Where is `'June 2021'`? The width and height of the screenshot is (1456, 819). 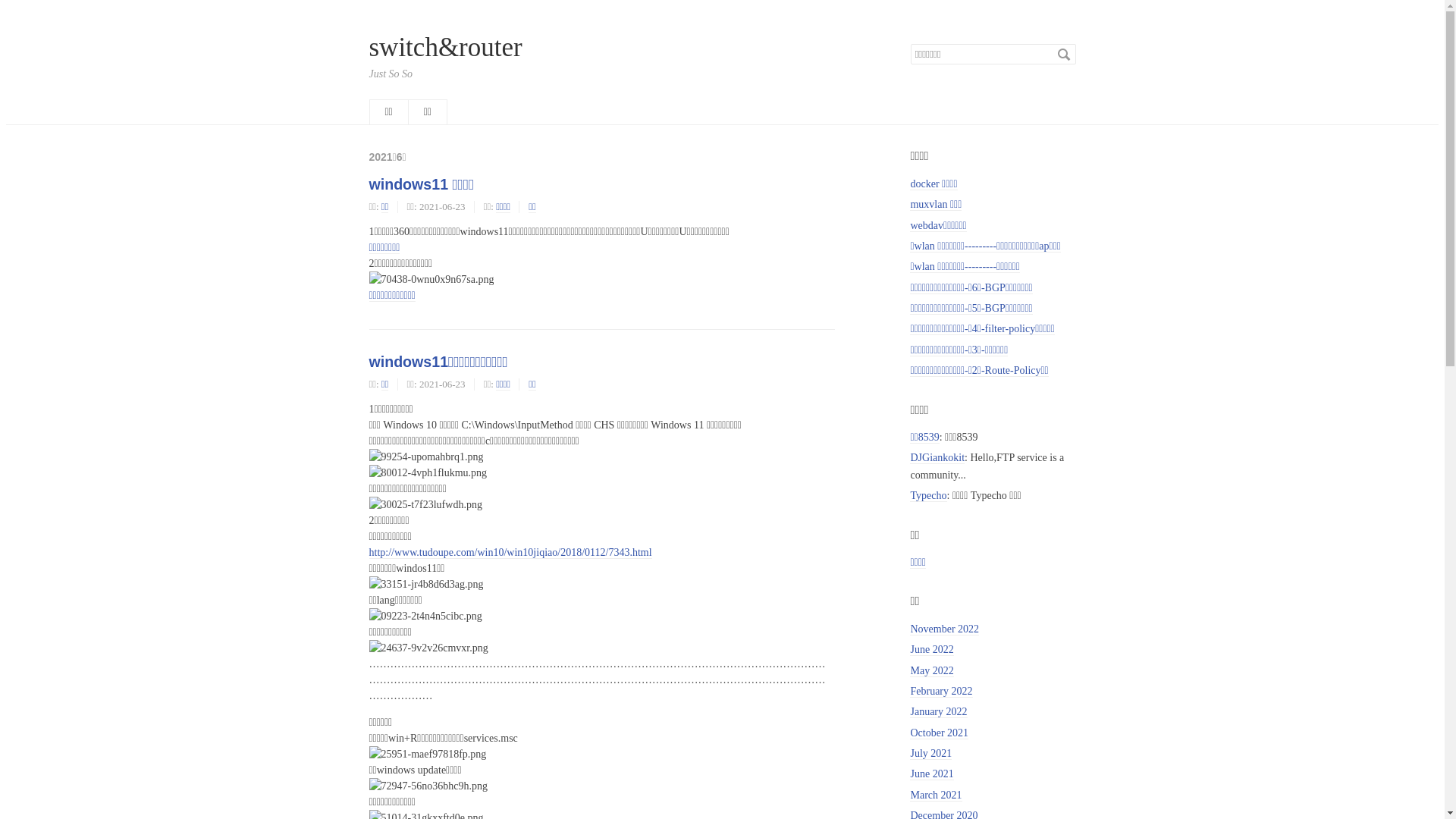
'June 2021' is located at coordinates (930, 774).